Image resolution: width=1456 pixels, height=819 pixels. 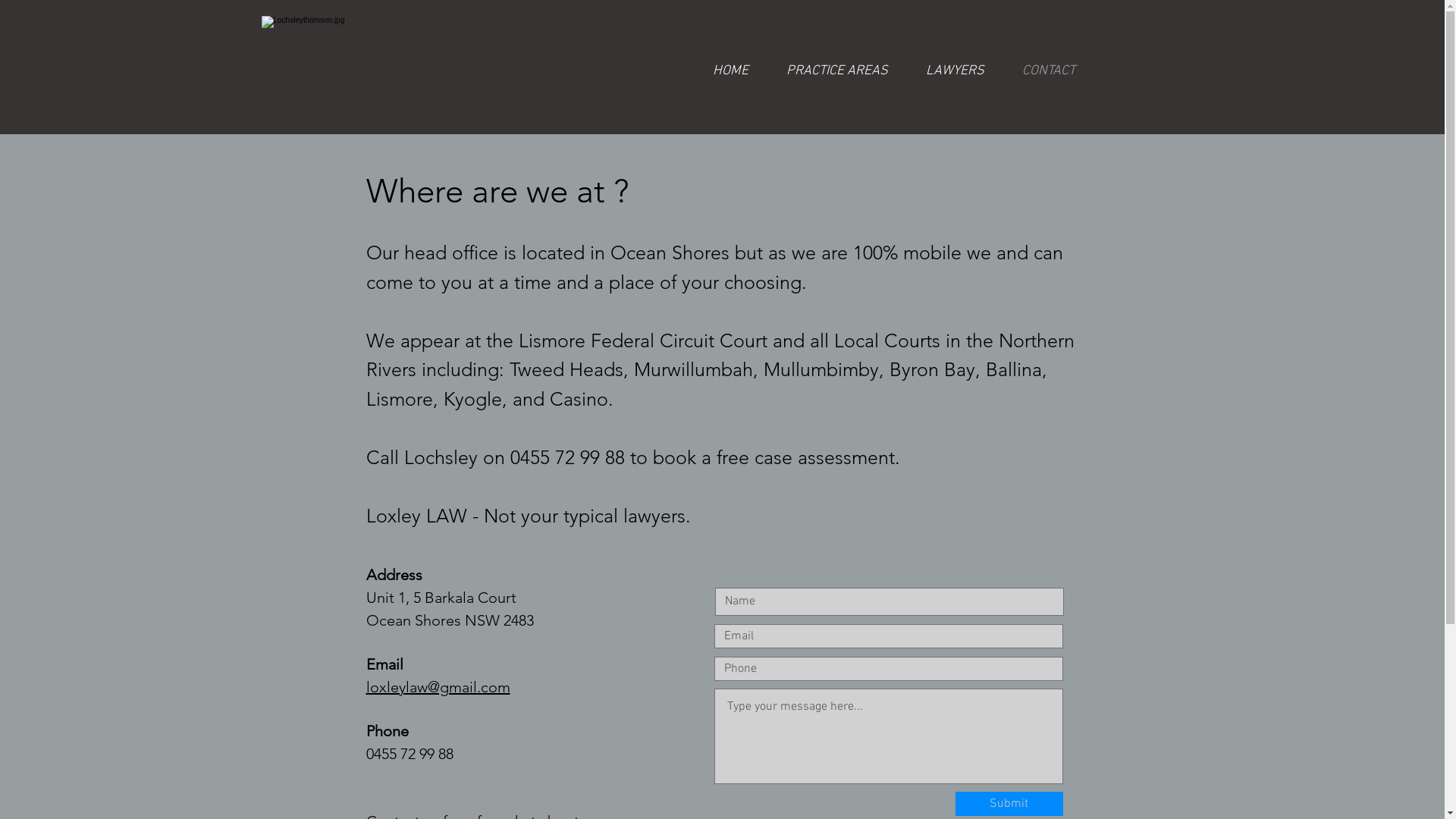 I want to click on 'loxleylaw@gmail.com', so click(x=436, y=687).